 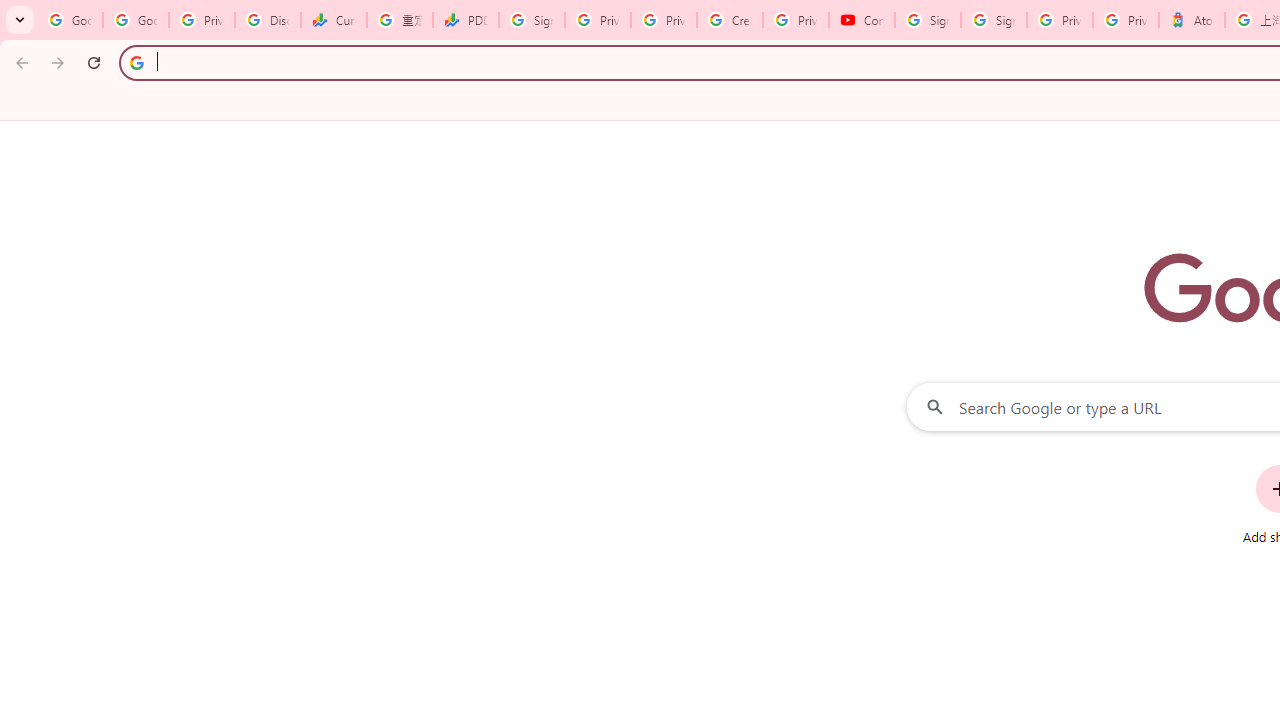 What do you see at coordinates (1191, 20) in the screenshot?
I see `'Atour Hotel - Google hotels'` at bounding box center [1191, 20].